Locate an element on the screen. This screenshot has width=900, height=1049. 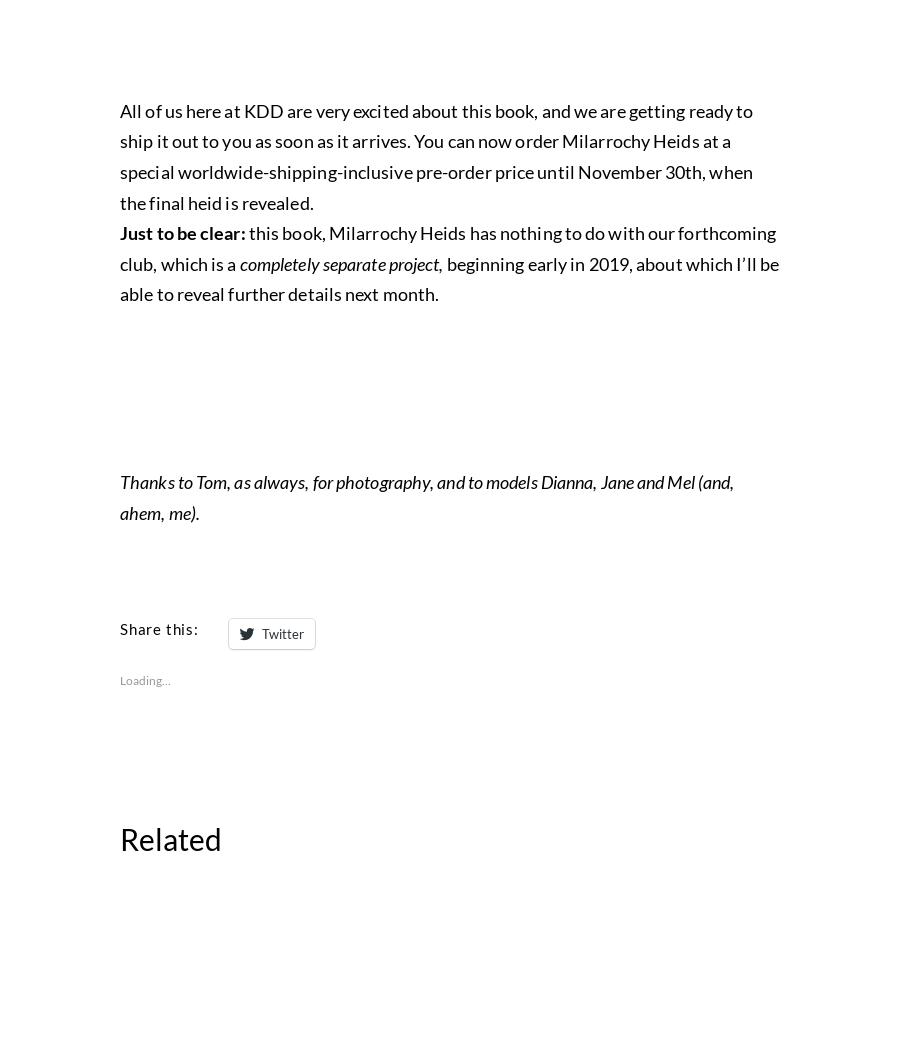
'has nothing to do with our forthcoming club, which is a' is located at coordinates (448, 687).